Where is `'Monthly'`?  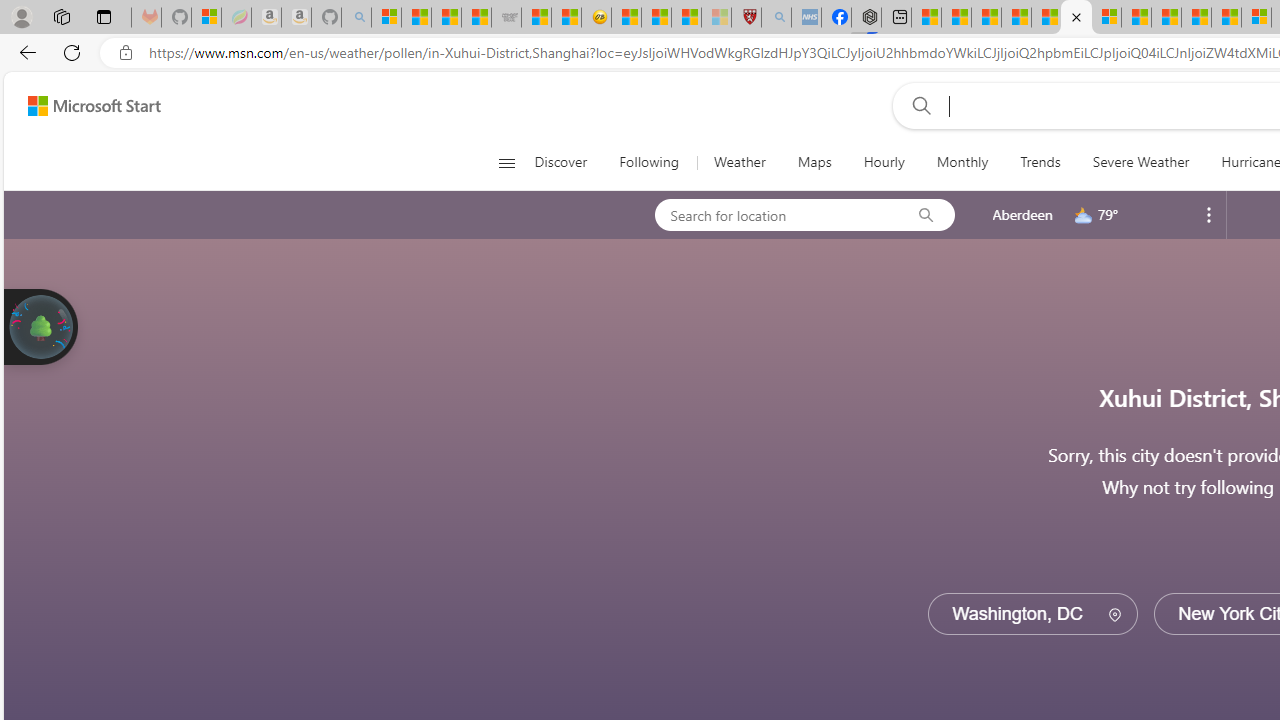 'Monthly' is located at coordinates (962, 162).